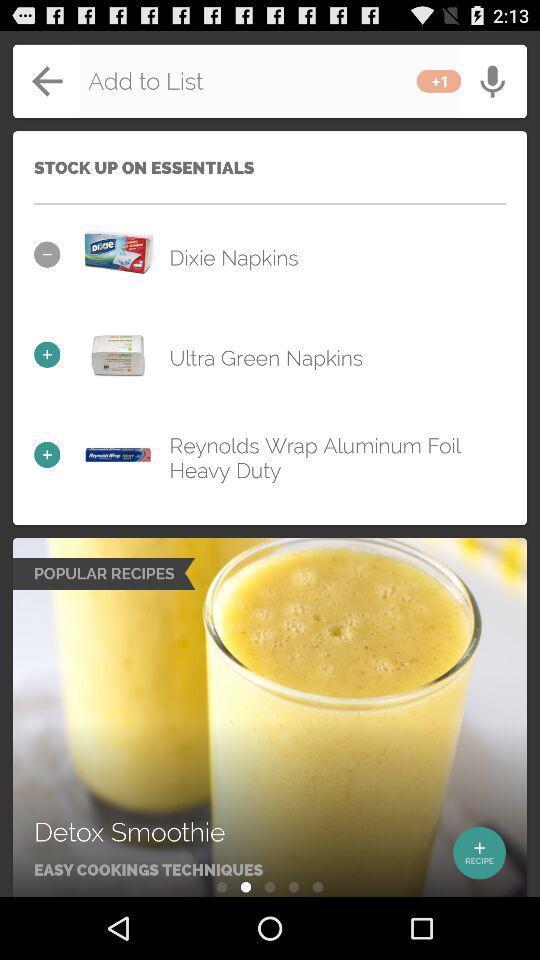 The height and width of the screenshot is (960, 540). I want to click on remove selected item, so click(118, 253).